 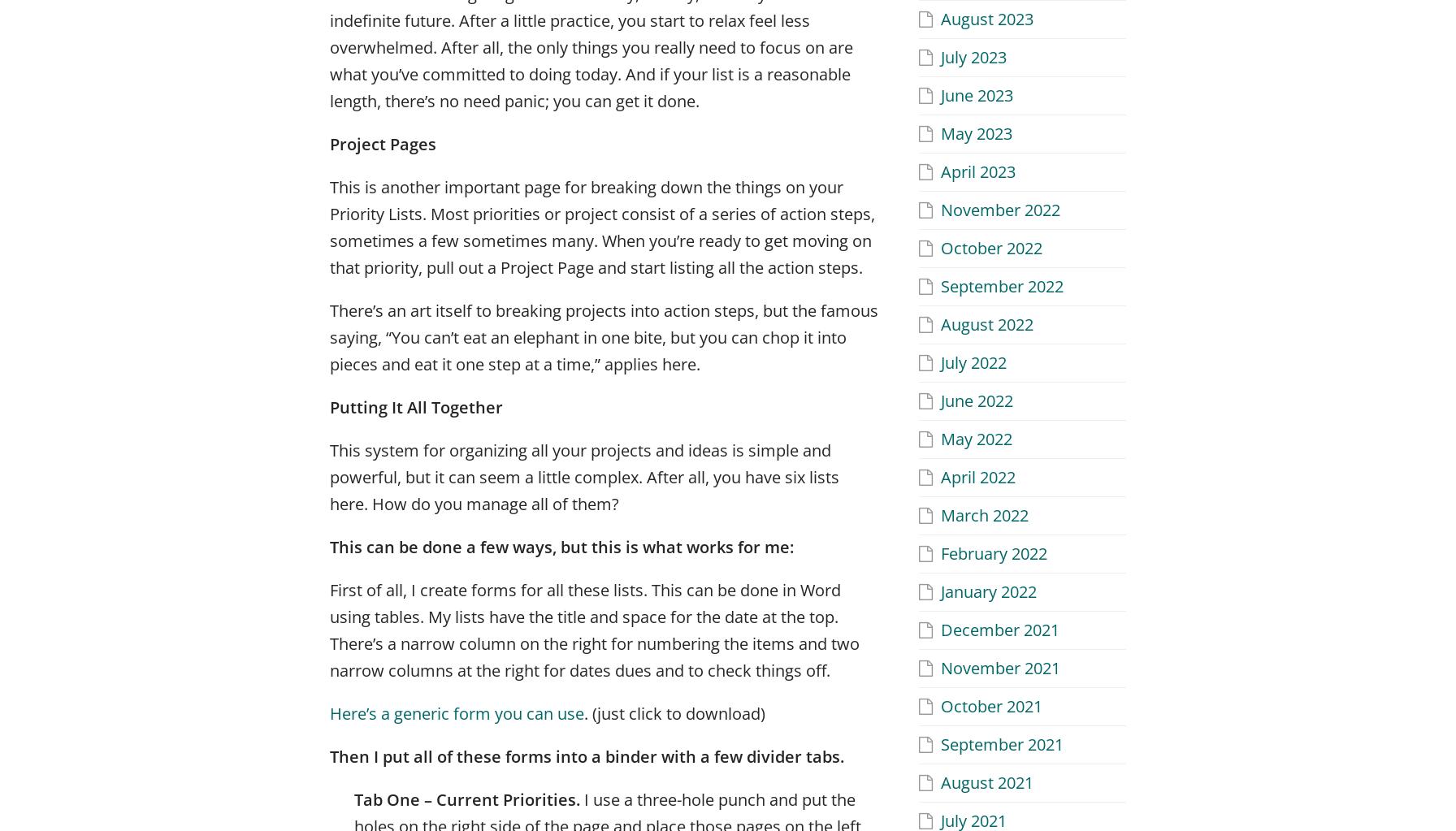 I want to click on '. (just click to download)', so click(x=674, y=712).